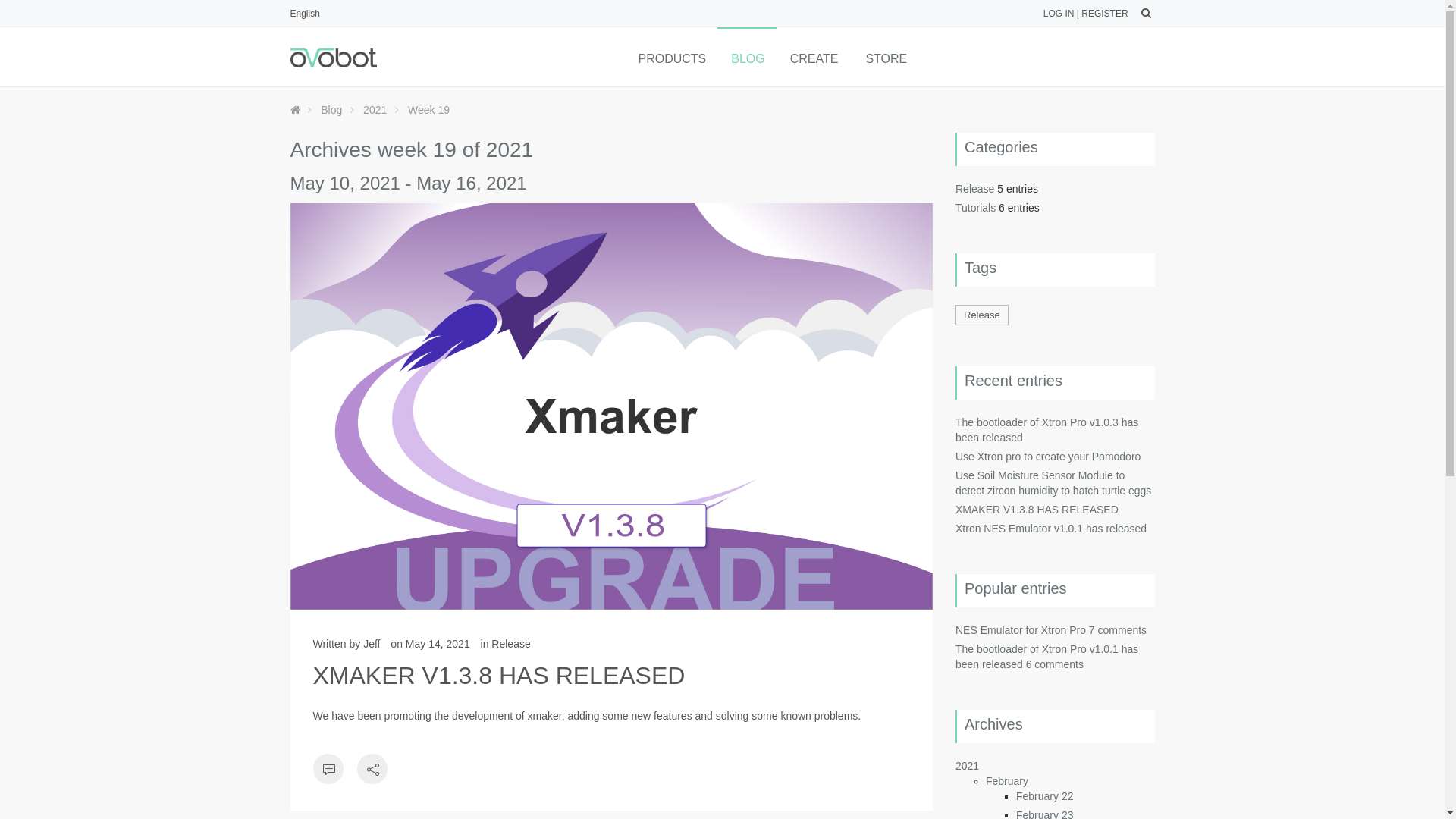 The height and width of the screenshot is (819, 1456). What do you see at coordinates (1050, 528) in the screenshot?
I see `'Xtron NES Emulator v1.0.1 has released'` at bounding box center [1050, 528].